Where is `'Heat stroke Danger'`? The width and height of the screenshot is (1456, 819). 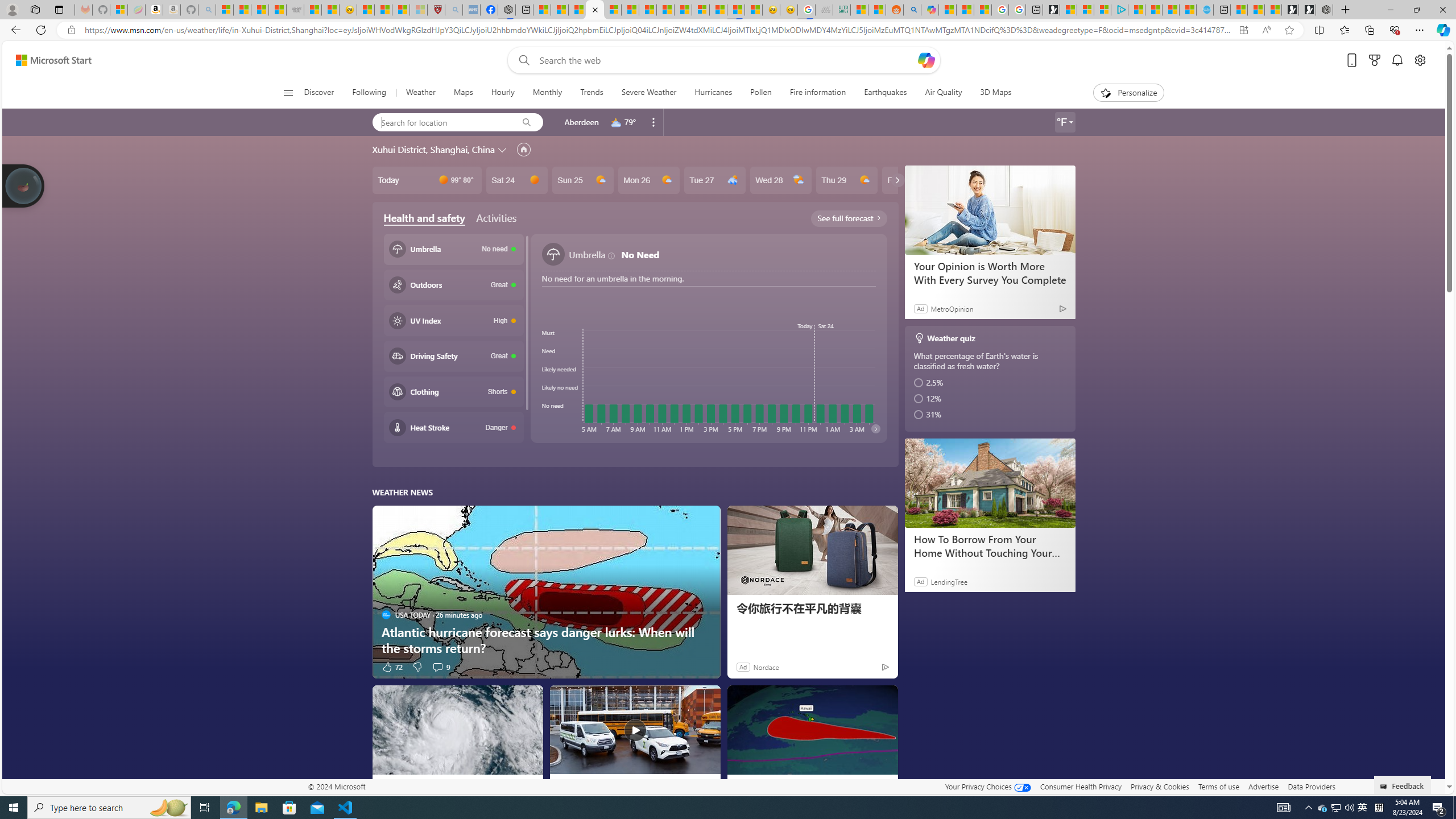 'Heat stroke Danger' is located at coordinates (453, 427).